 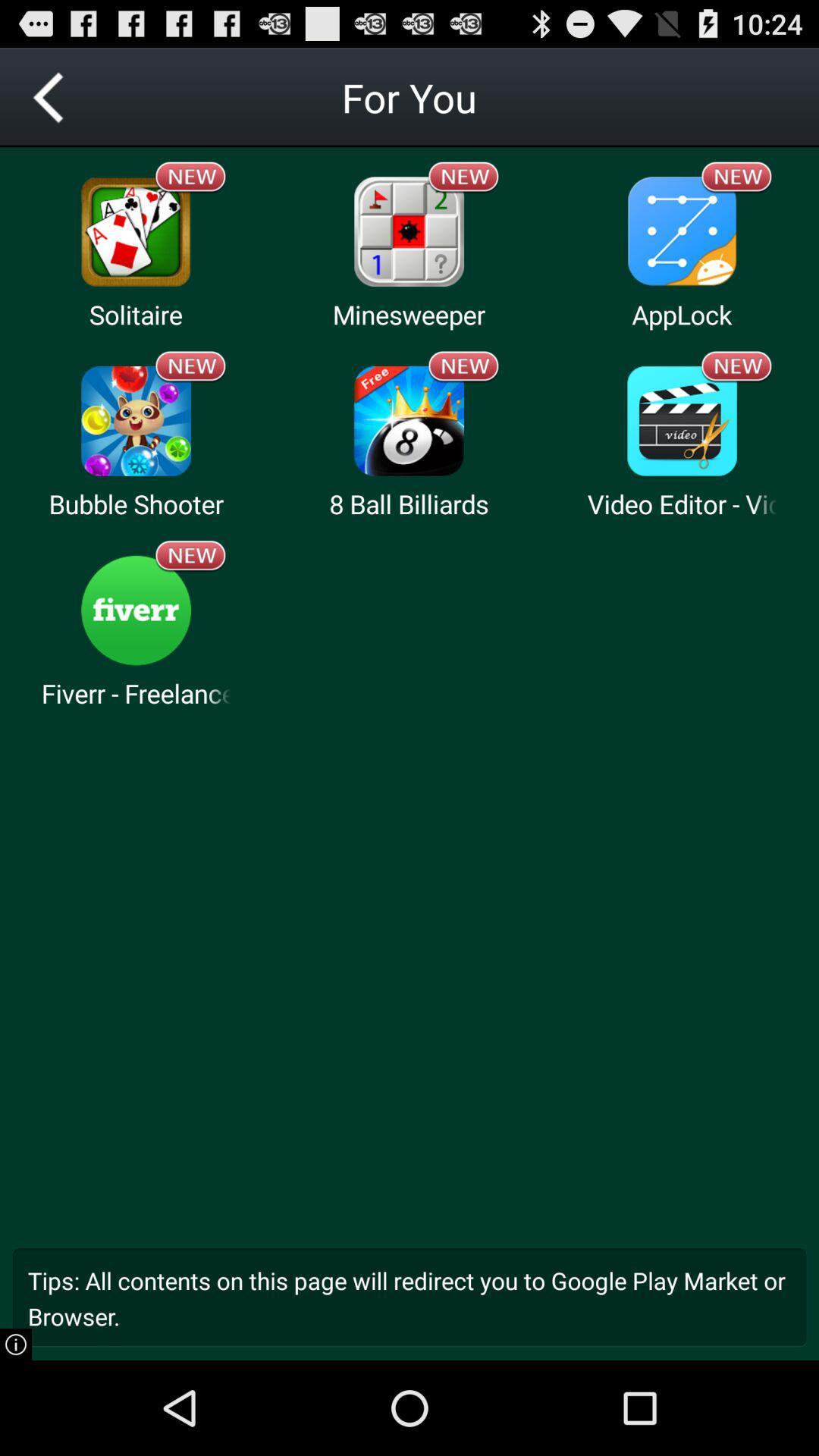 What do you see at coordinates (135, 610) in the screenshot?
I see `fiverr` at bounding box center [135, 610].